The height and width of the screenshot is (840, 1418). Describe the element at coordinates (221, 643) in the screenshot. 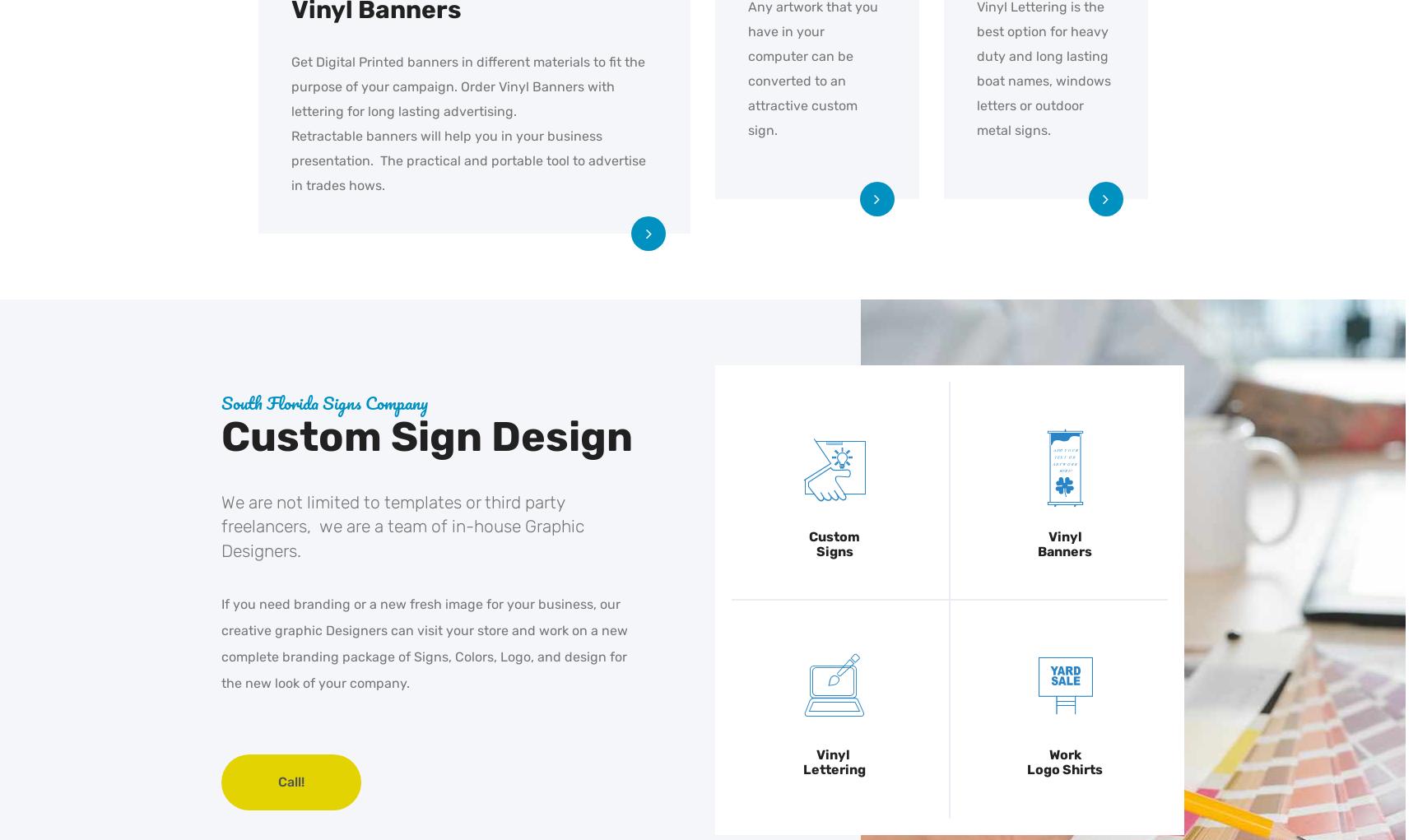

I see `'If you need branding or a new fresh image for your business, our creative graphic Designers can visit your store and work on a new complete branding package of Signs, Colors, Logo, and design for the new look of your company.'` at that location.